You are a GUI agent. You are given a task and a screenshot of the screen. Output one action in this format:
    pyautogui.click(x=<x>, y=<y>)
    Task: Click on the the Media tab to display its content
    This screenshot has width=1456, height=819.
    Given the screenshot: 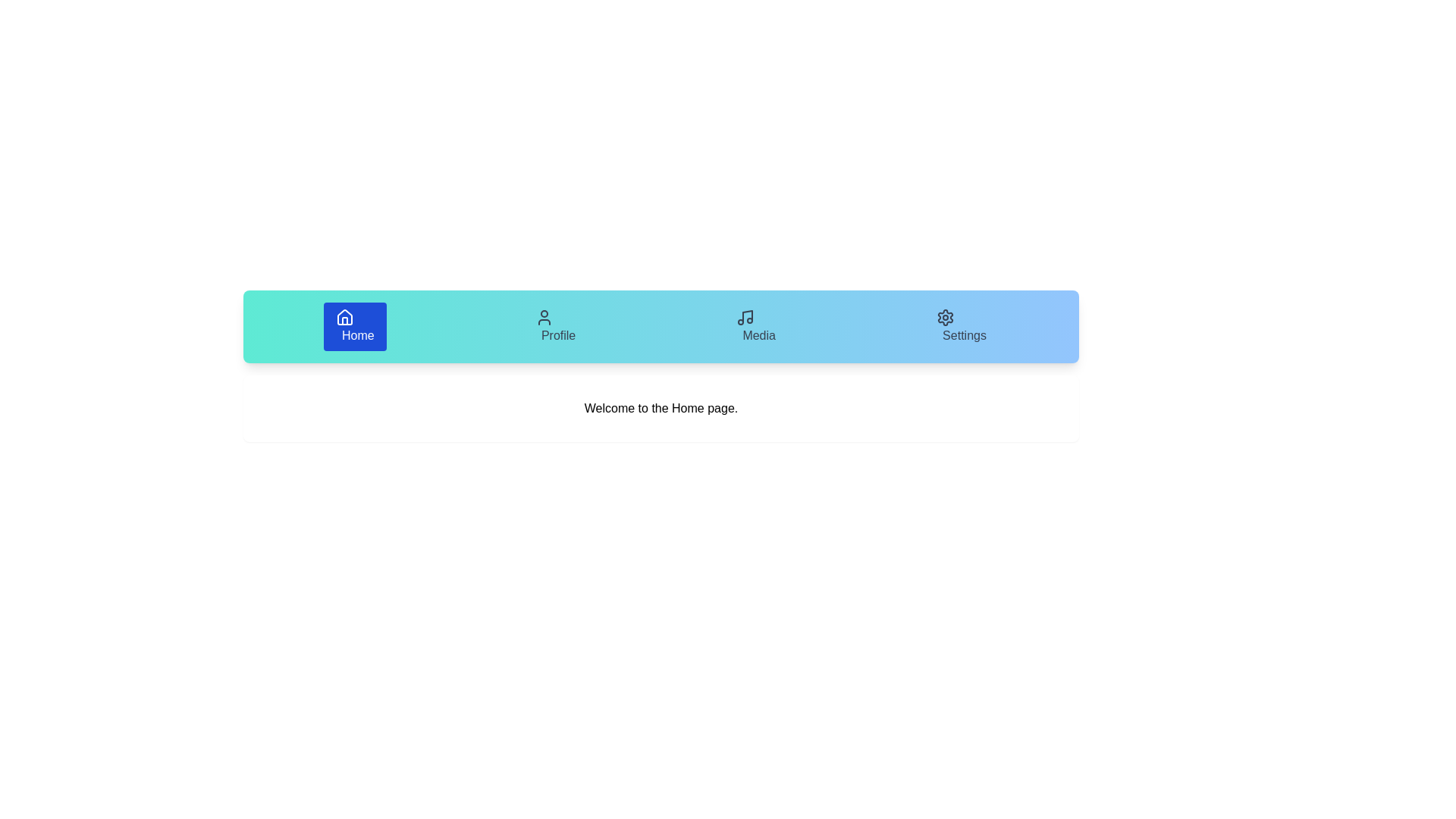 What is the action you would take?
    pyautogui.click(x=756, y=326)
    